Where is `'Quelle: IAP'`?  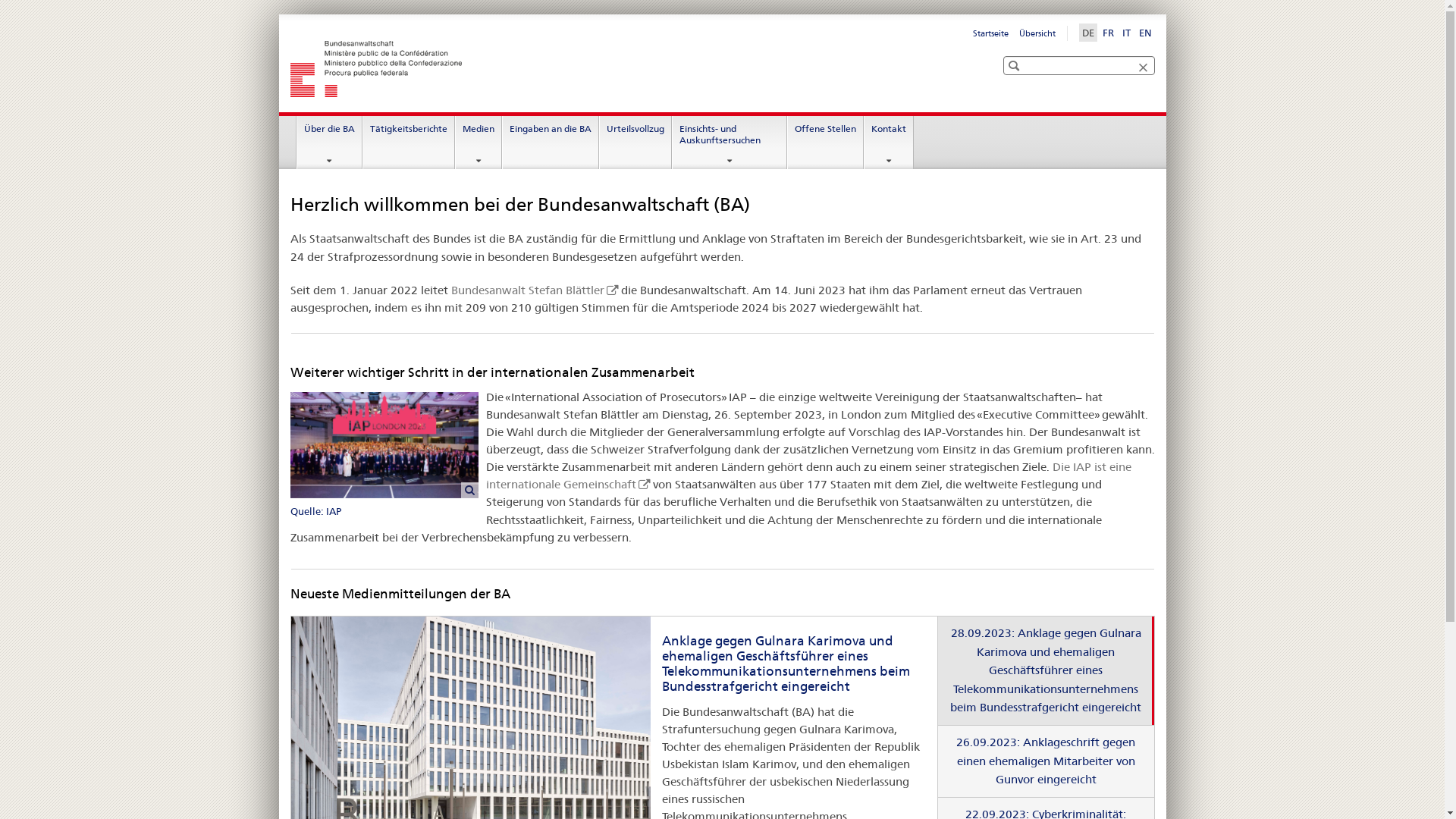
'Quelle: IAP' is located at coordinates (290, 456).